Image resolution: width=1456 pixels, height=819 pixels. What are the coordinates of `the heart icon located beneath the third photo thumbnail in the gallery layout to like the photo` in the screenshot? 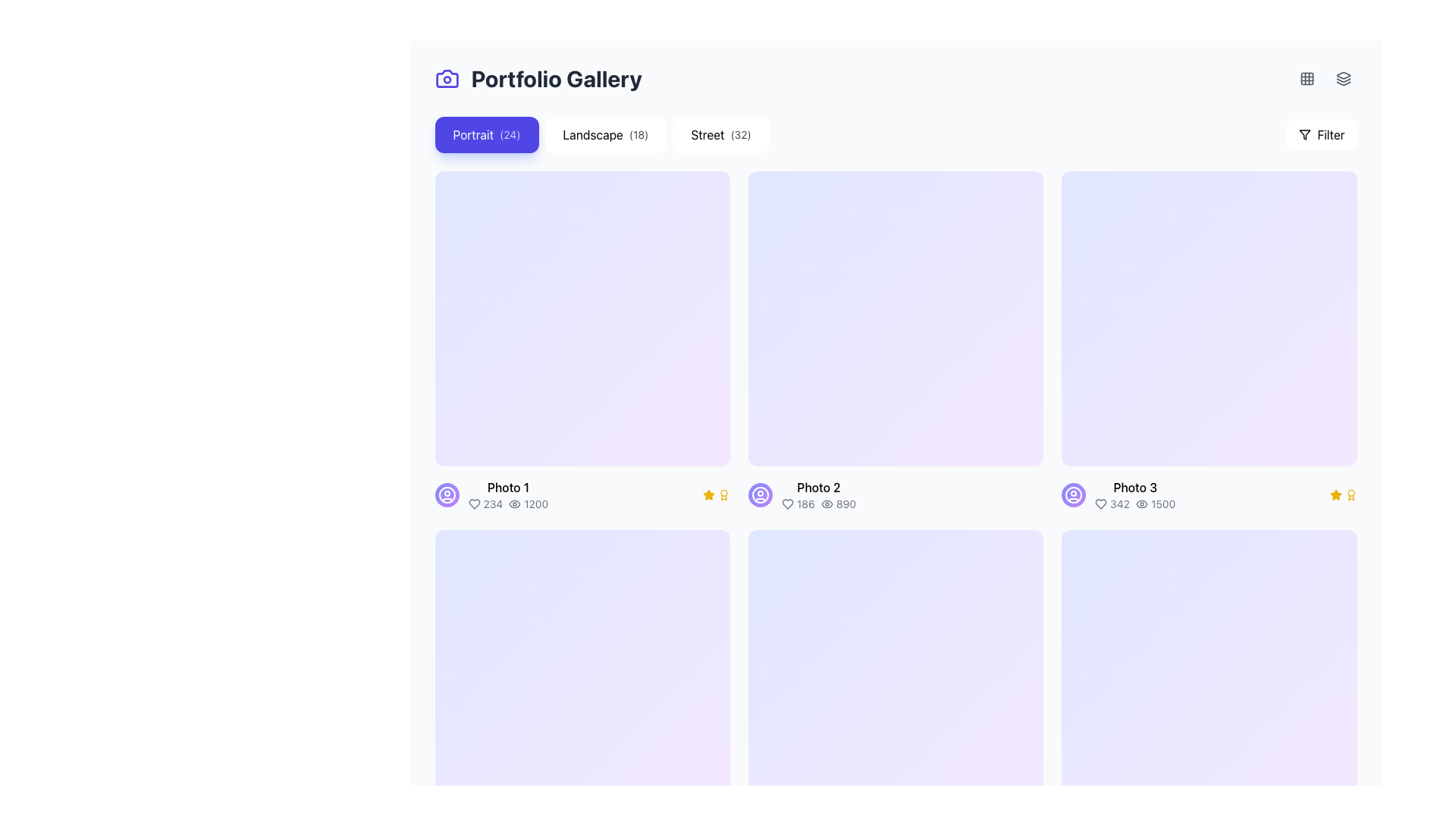 It's located at (1101, 504).